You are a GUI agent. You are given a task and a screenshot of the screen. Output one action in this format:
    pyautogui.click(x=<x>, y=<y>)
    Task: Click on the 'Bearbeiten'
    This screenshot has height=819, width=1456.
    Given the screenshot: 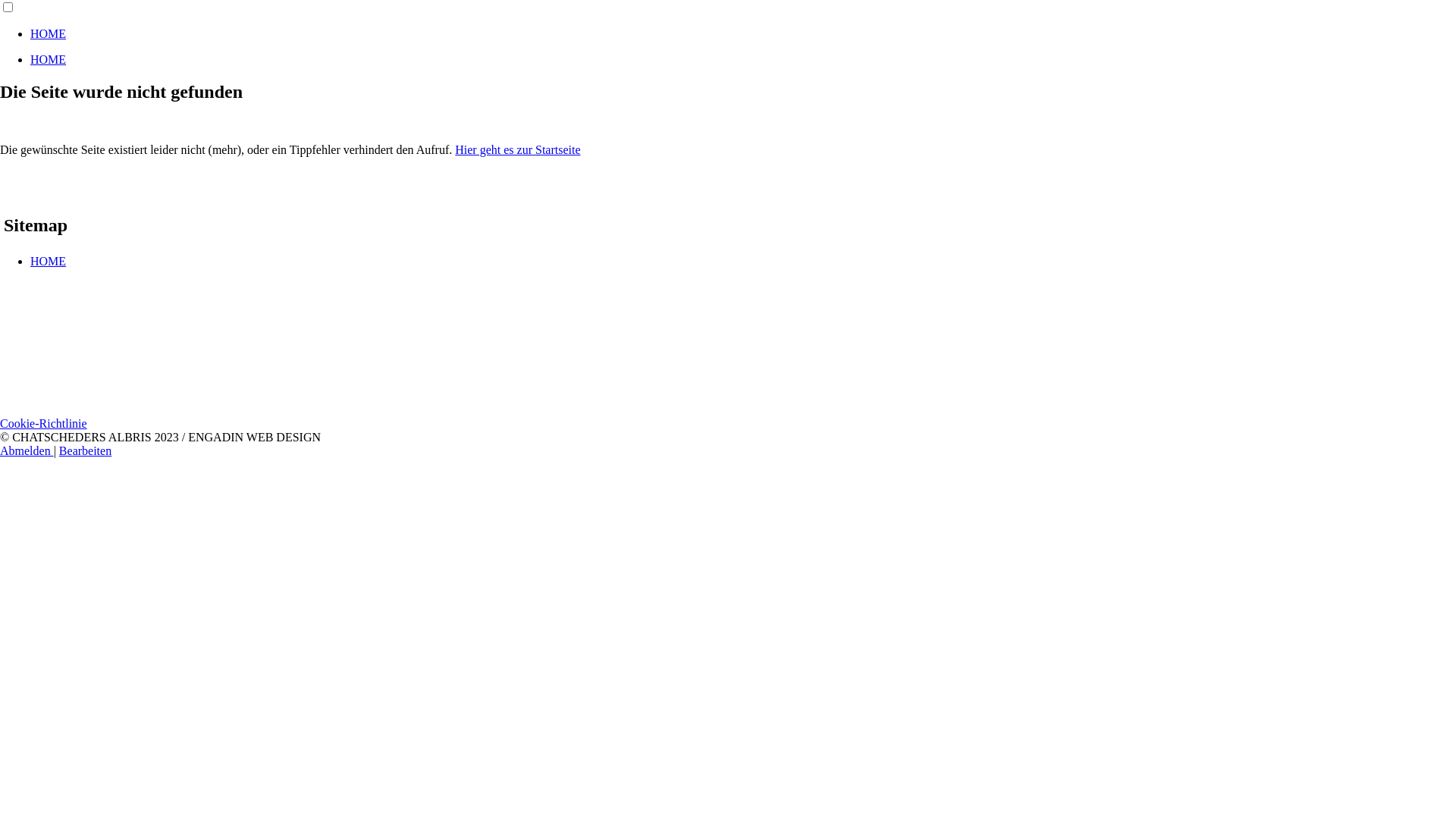 What is the action you would take?
    pyautogui.click(x=84, y=450)
    